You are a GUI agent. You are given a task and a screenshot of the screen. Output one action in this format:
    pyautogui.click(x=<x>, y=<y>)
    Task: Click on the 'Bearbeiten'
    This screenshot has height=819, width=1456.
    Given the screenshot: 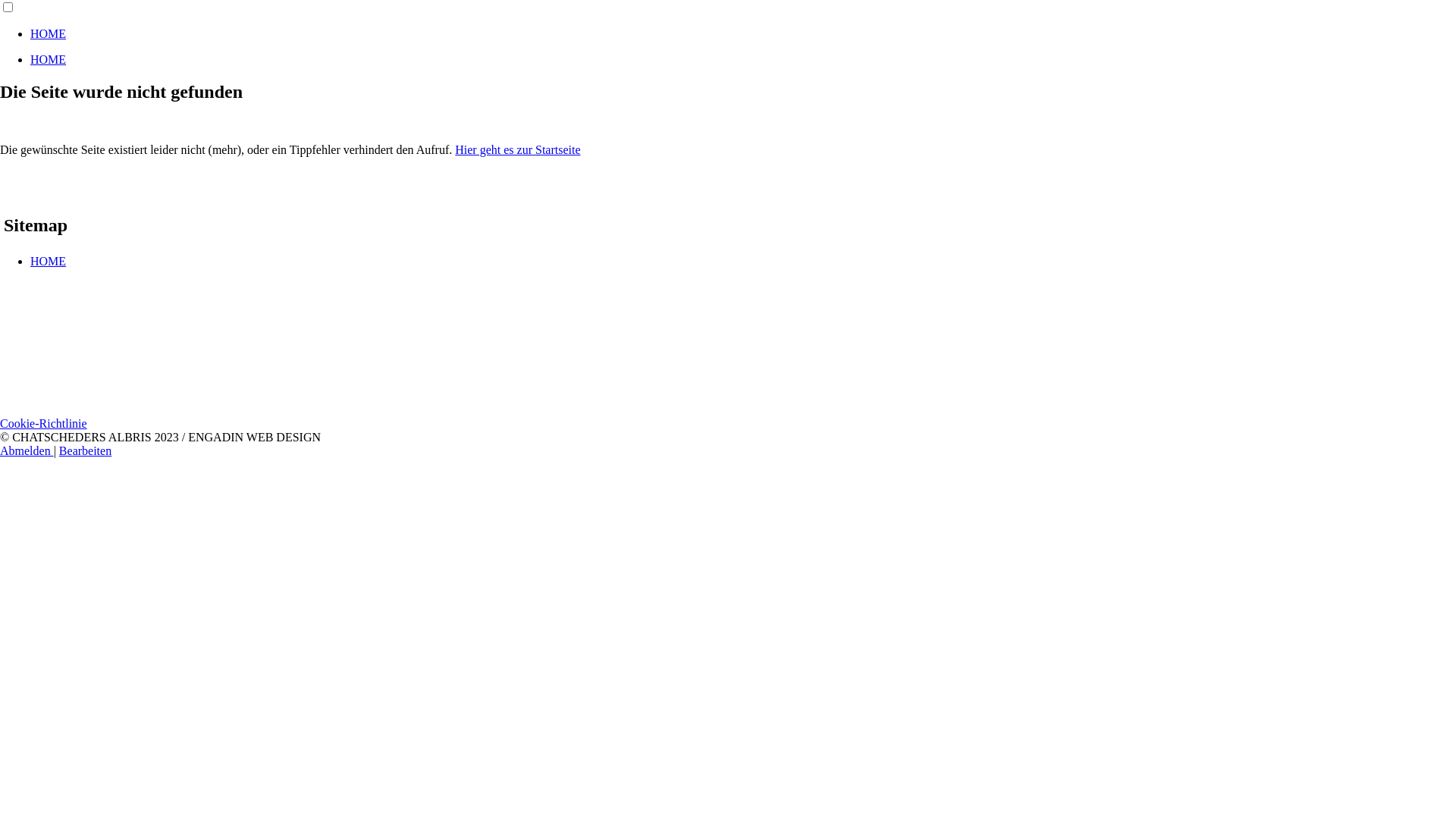 What is the action you would take?
    pyautogui.click(x=84, y=450)
    